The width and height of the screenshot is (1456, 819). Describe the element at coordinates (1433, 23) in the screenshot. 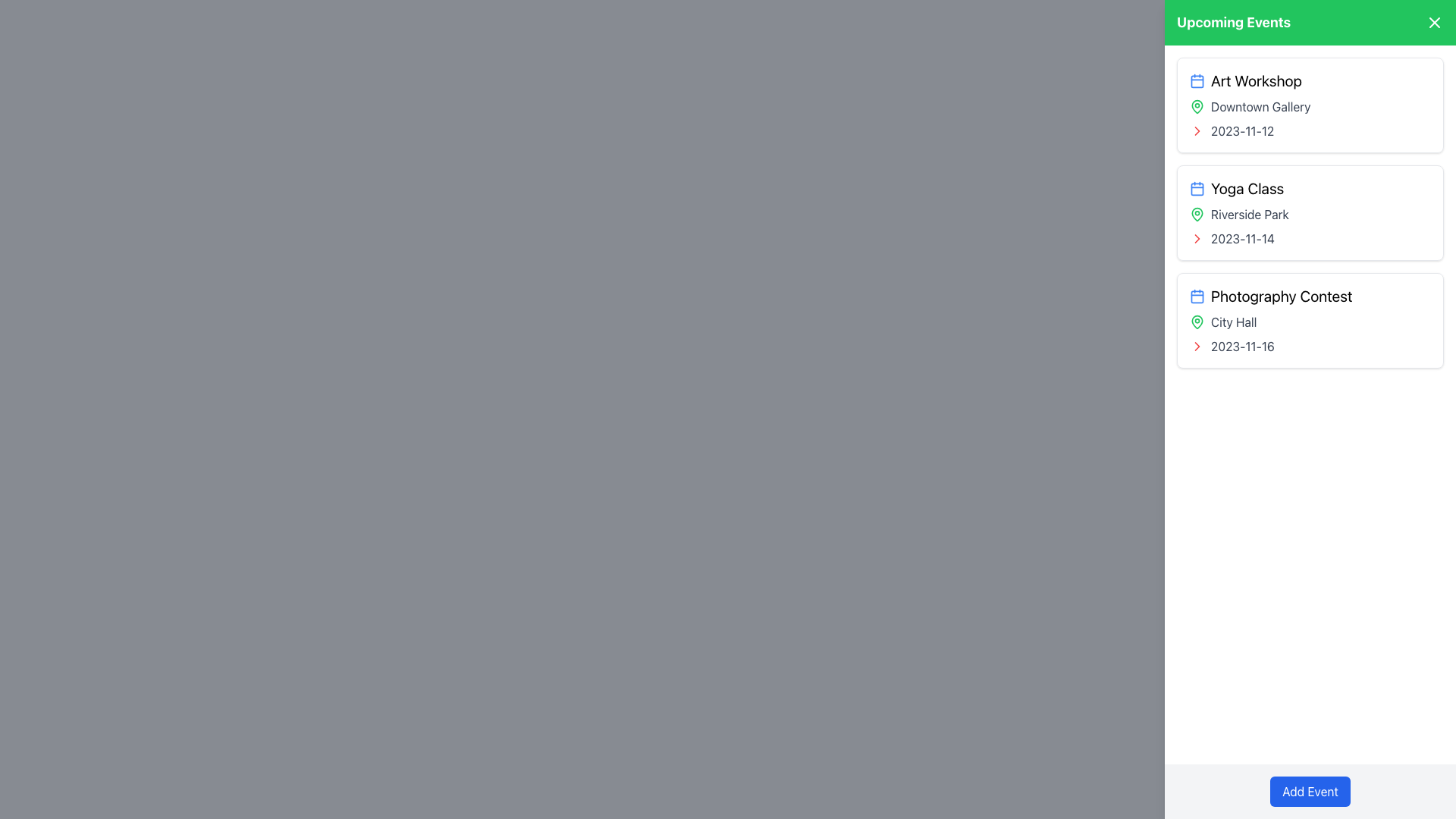

I see `the close button located in the top-right corner of the 'Upcoming Events' section header, which is a green bar` at that location.